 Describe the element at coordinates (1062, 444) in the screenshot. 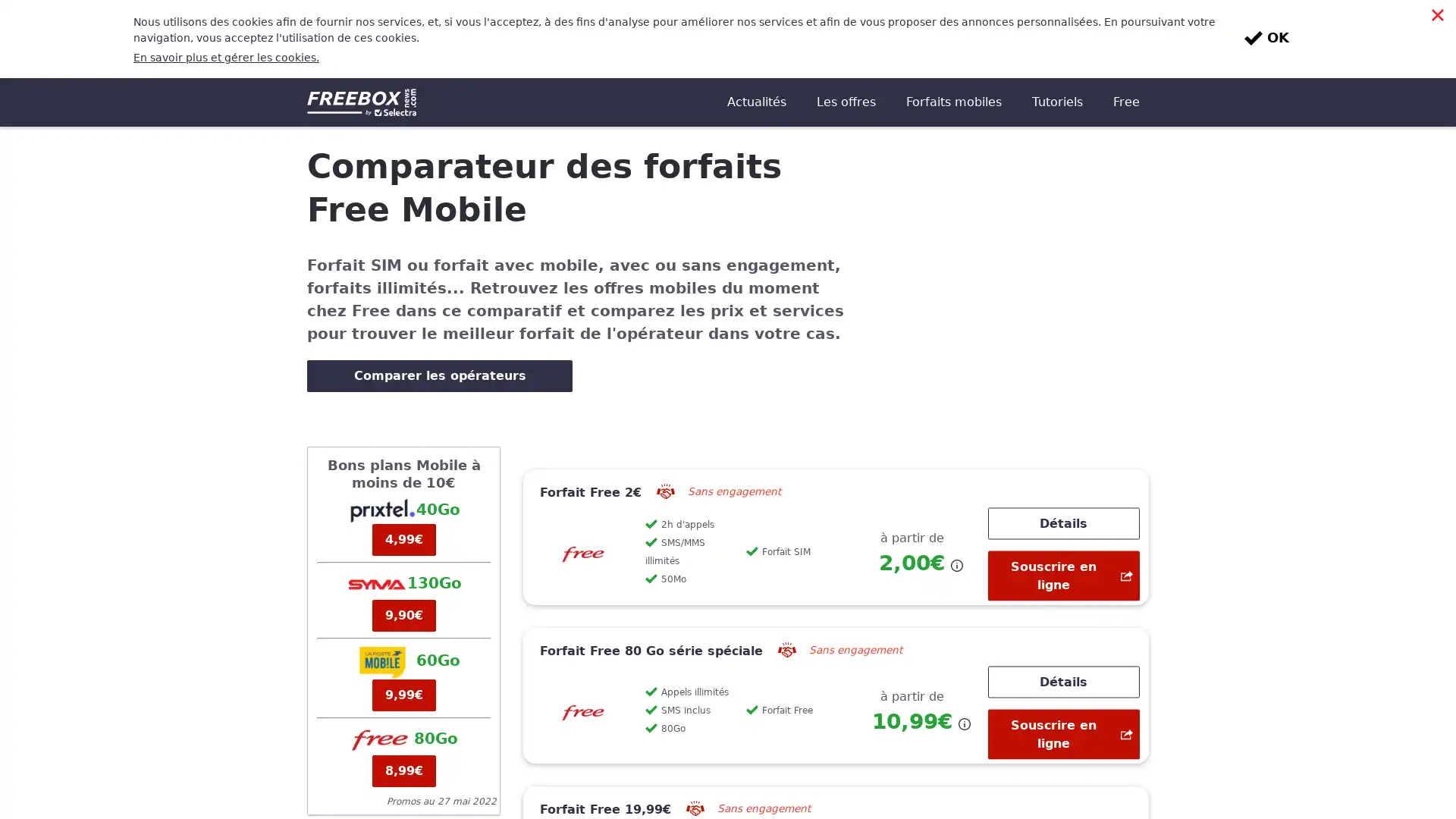

I see `Details` at that location.